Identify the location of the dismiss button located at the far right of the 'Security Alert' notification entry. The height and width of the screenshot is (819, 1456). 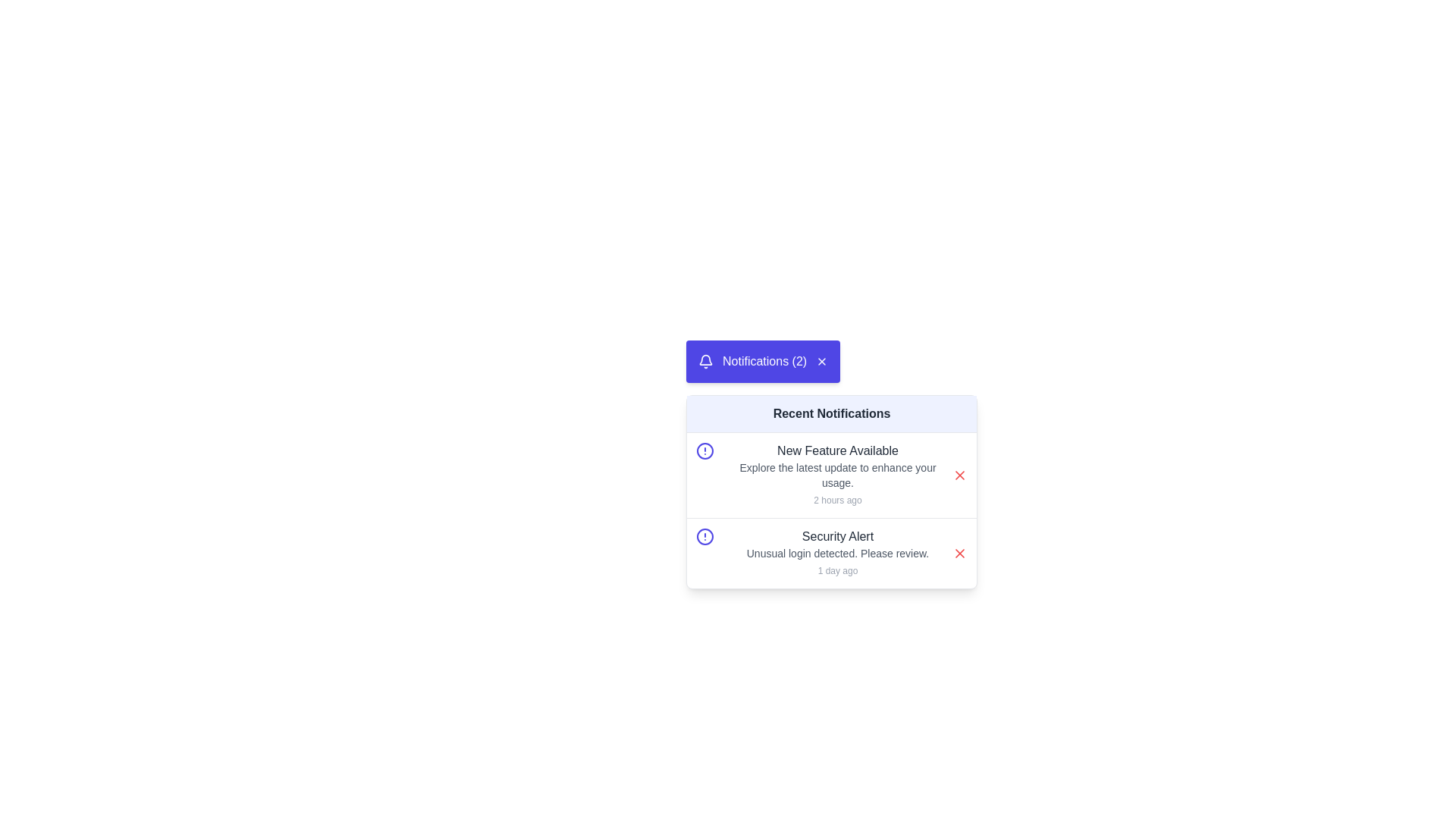
(959, 553).